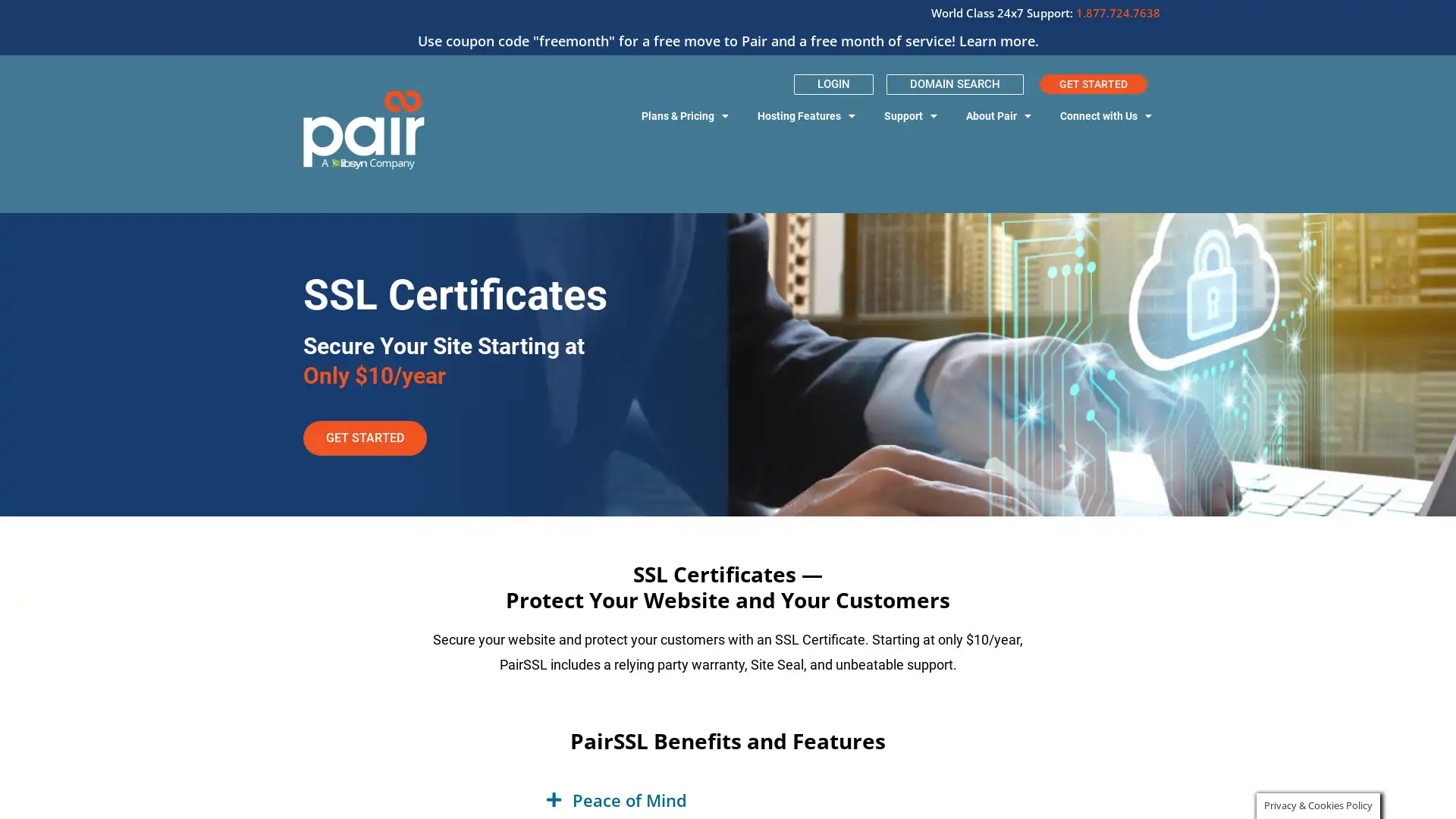 Image resolution: width=1456 pixels, height=819 pixels. Describe the element at coordinates (1093, 84) in the screenshot. I see `GET STARTED` at that location.